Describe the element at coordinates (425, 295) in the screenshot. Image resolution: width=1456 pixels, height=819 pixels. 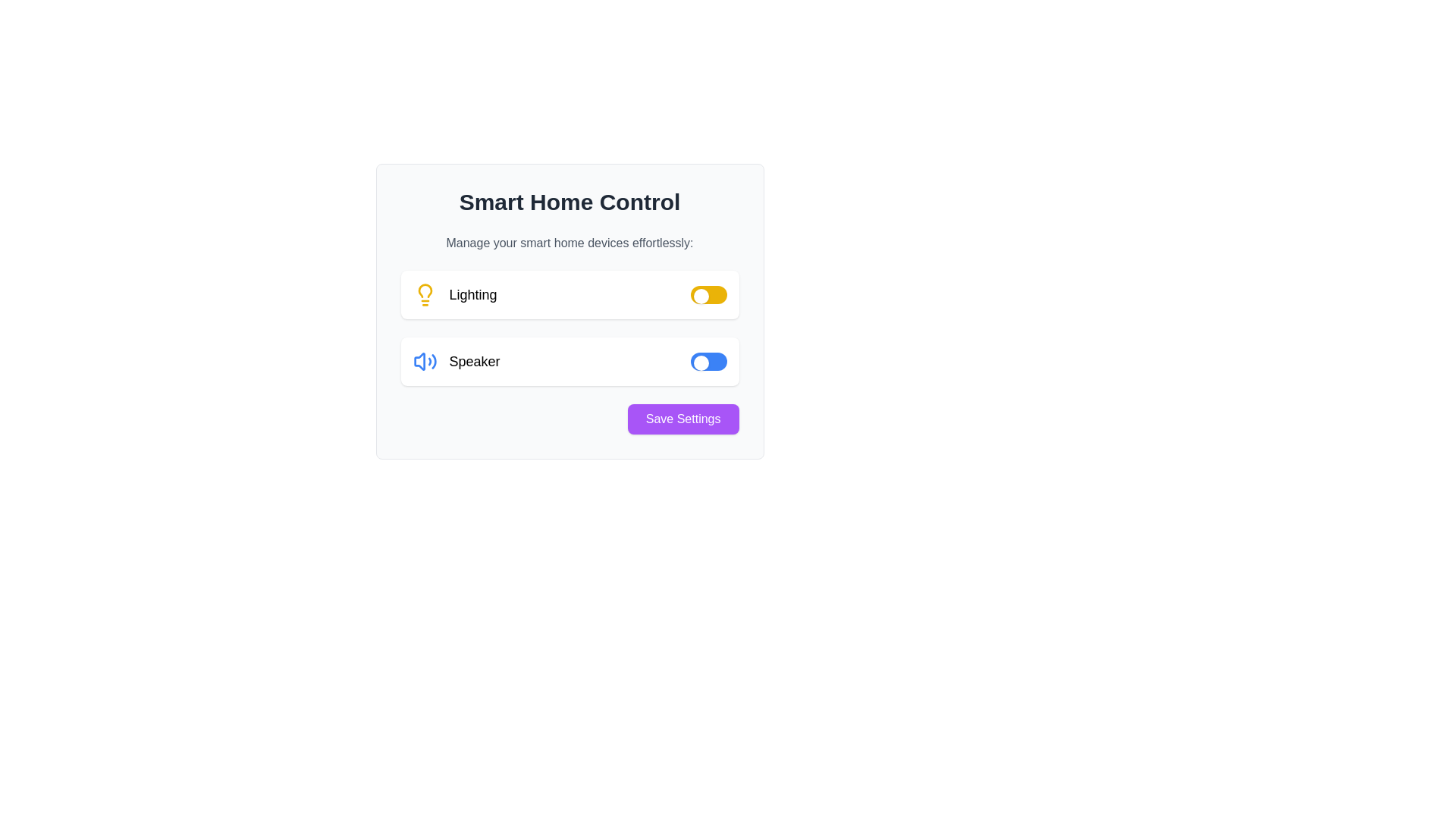
I see `the yellow lightbulb icon representing the 'Lighting' label, which is located to the left of the text label 'Lighting' in the first row of the main 'Smart Home Control' layout` at that location.